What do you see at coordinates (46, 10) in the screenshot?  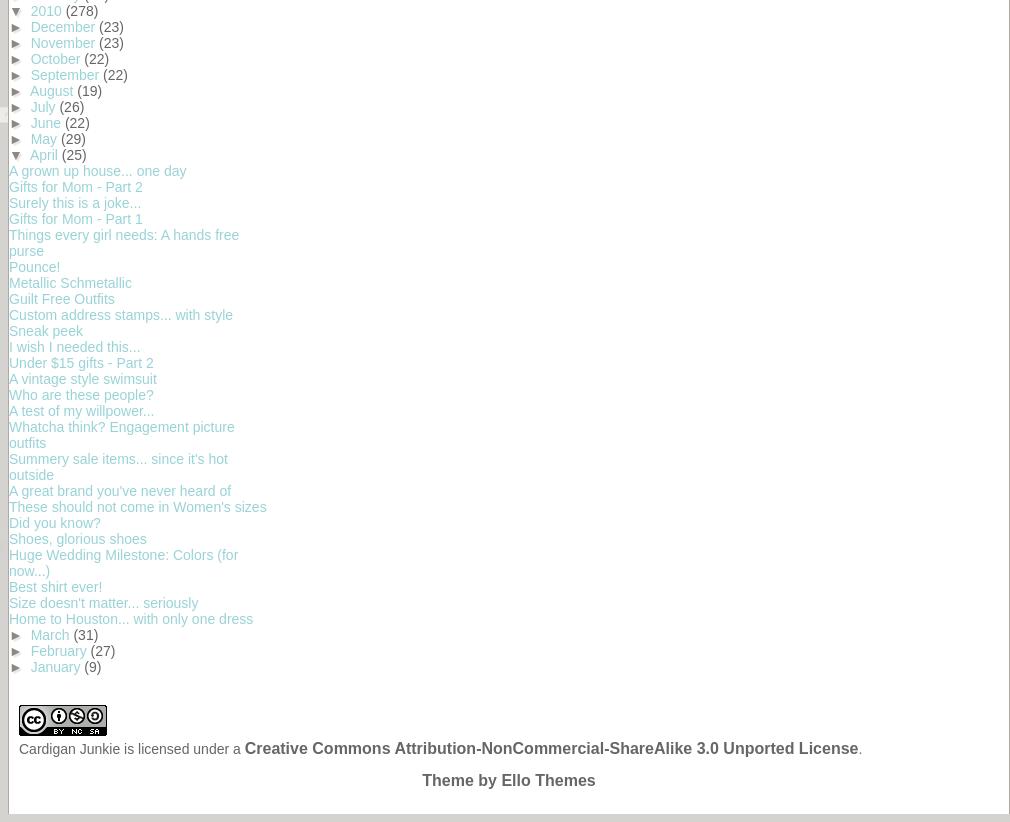 I see `'2010'` at bounding box center [46, 10].